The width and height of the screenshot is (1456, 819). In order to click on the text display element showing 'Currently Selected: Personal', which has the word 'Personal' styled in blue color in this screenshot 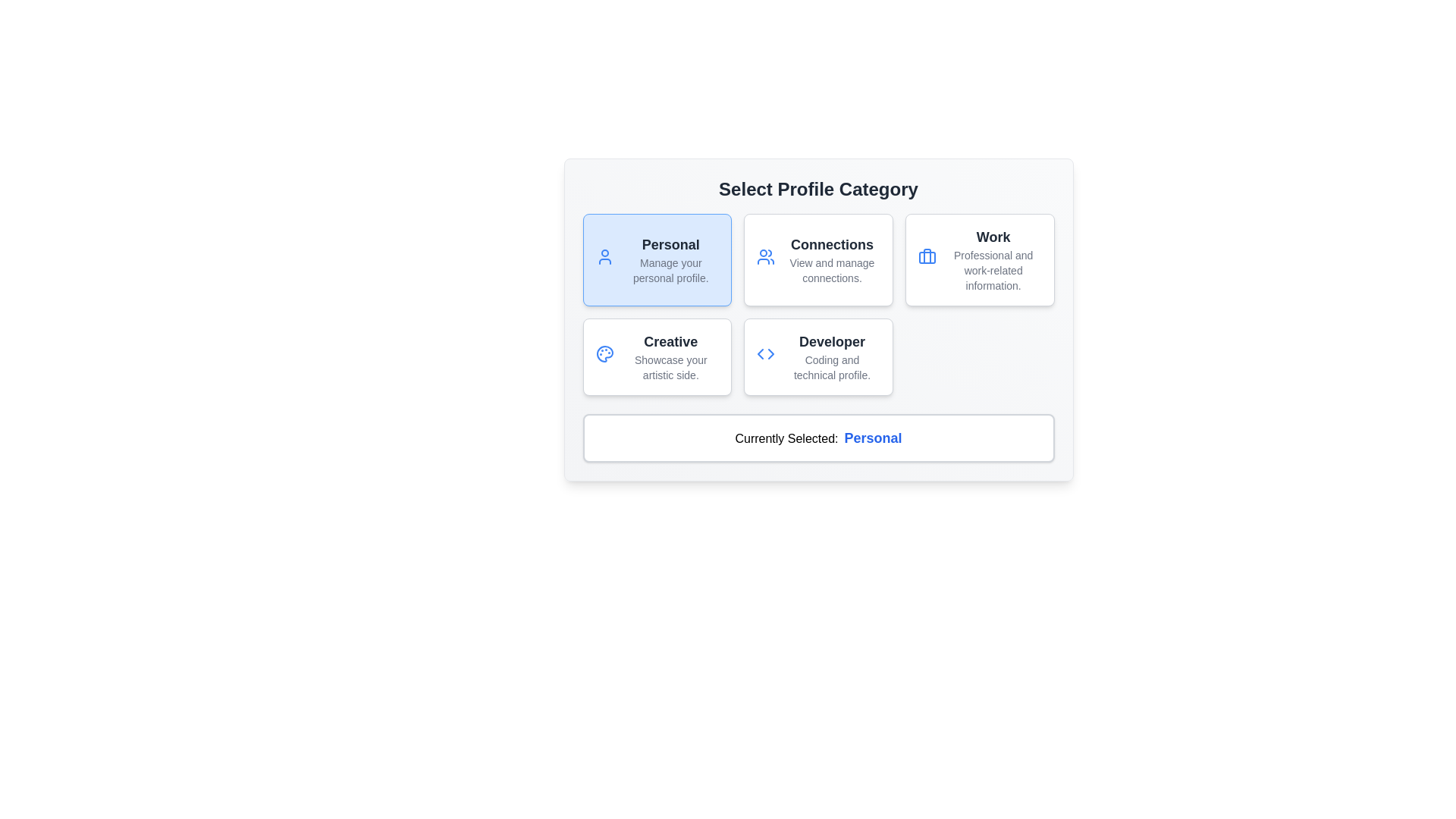, I will do `click(817, 438)`.